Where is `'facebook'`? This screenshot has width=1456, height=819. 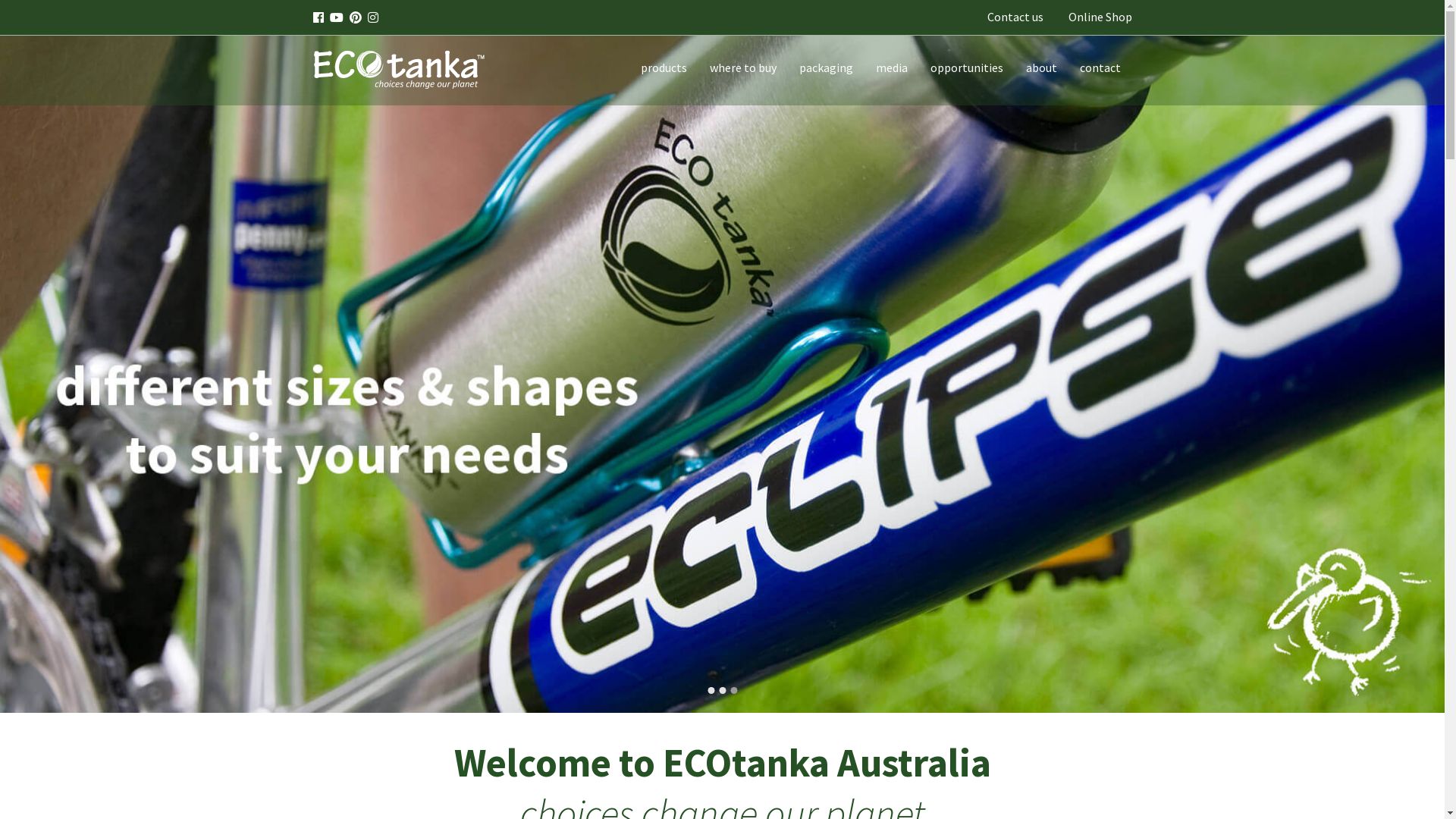 'facebook' is located at coordinates (316, 17).